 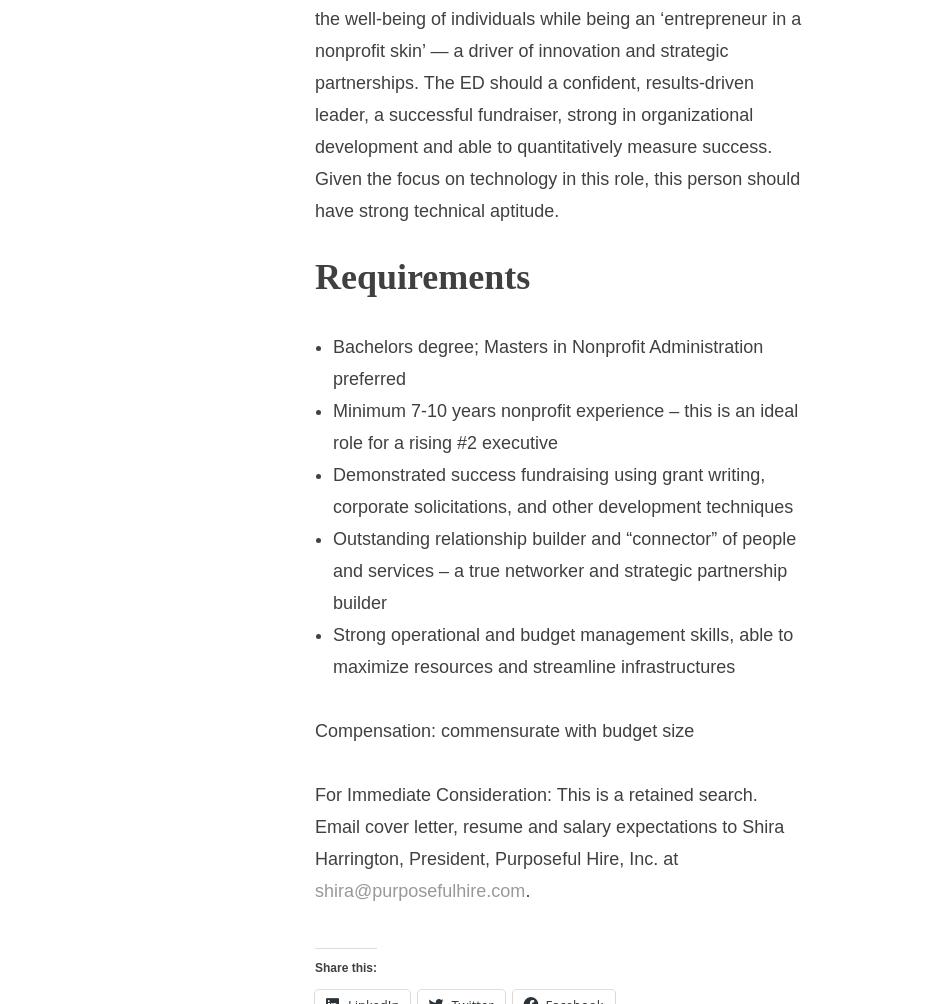 I want to click on 'Requirements', so click(x=421, y=277).